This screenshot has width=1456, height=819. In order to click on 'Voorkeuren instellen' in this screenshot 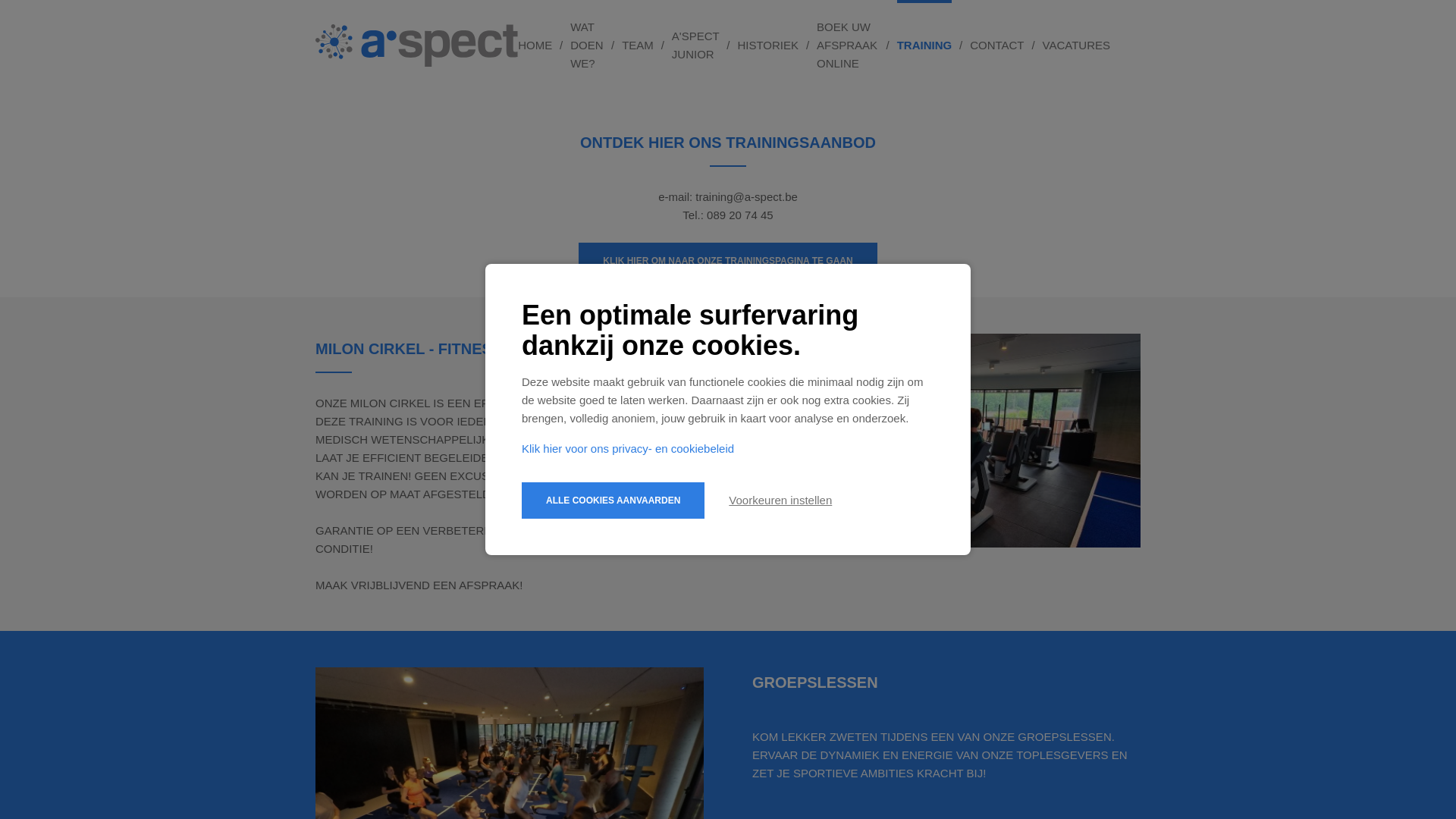, I will do `click(780, 500)`.